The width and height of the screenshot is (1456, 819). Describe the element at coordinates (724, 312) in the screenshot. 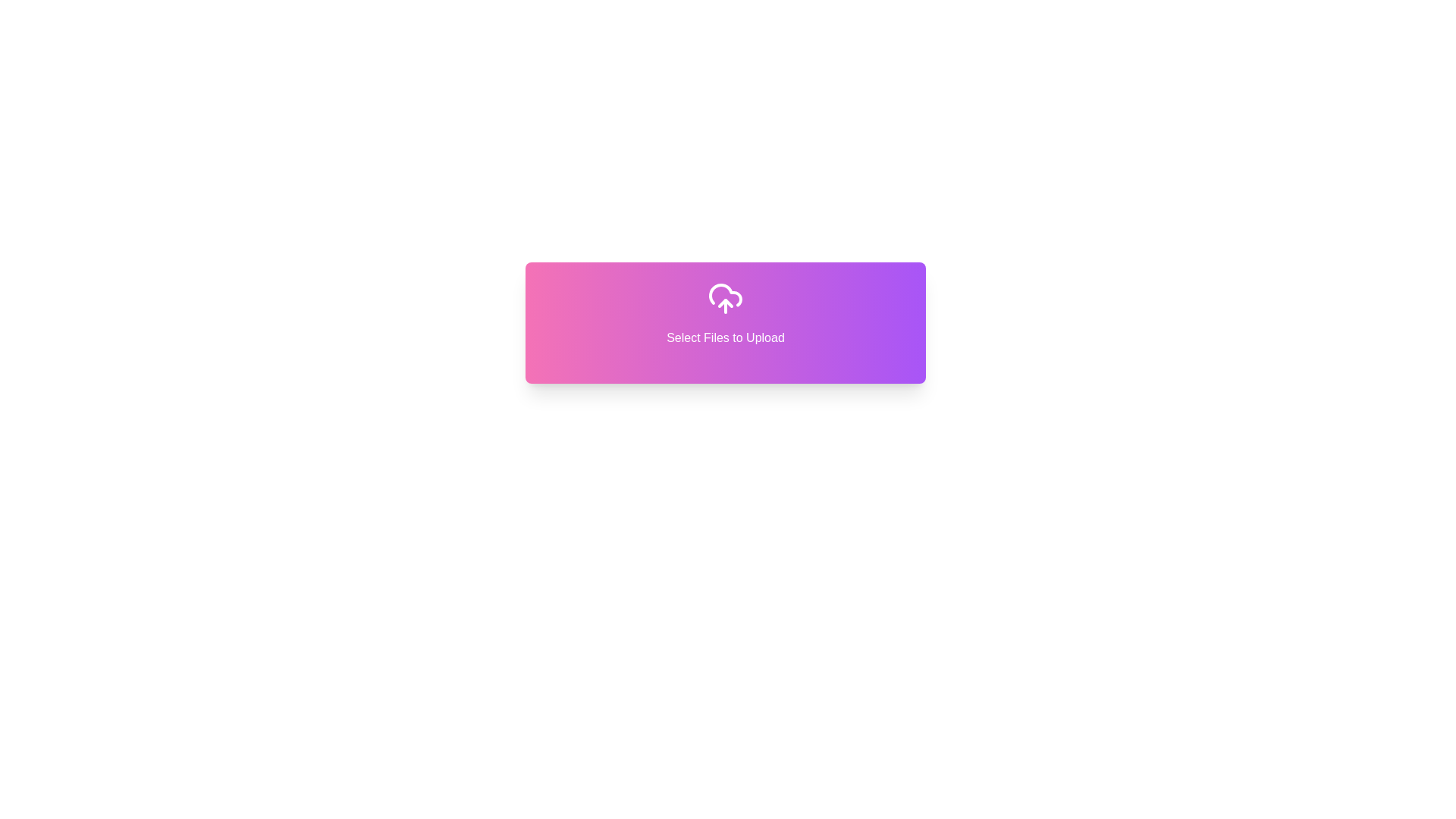

I see `the interactive button for file upload, which is centrally aligned within a rounded rectangular card with a gradient background, to receive visual feedback` at that location.